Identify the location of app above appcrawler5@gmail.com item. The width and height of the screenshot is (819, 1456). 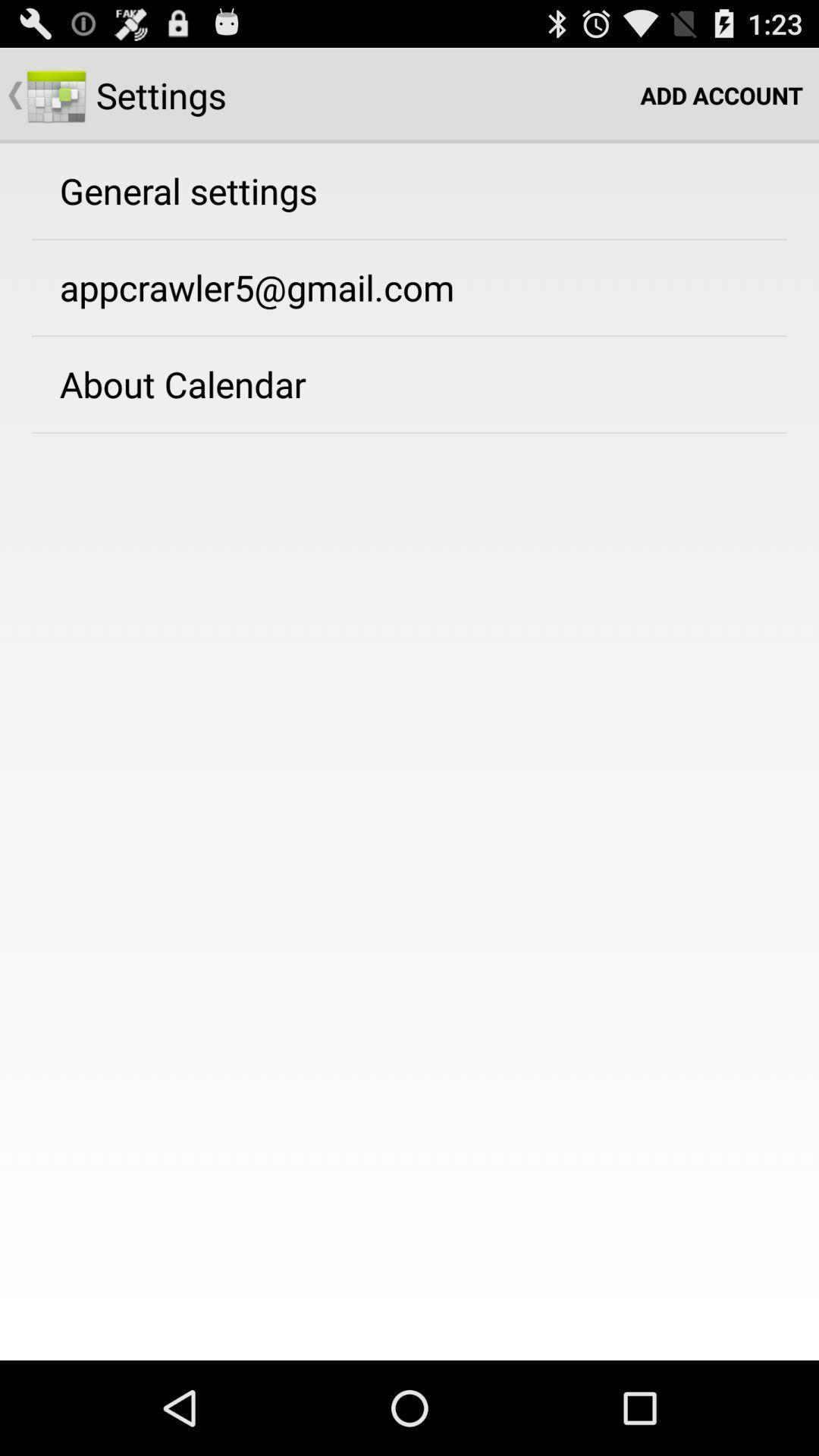
(187, 190).